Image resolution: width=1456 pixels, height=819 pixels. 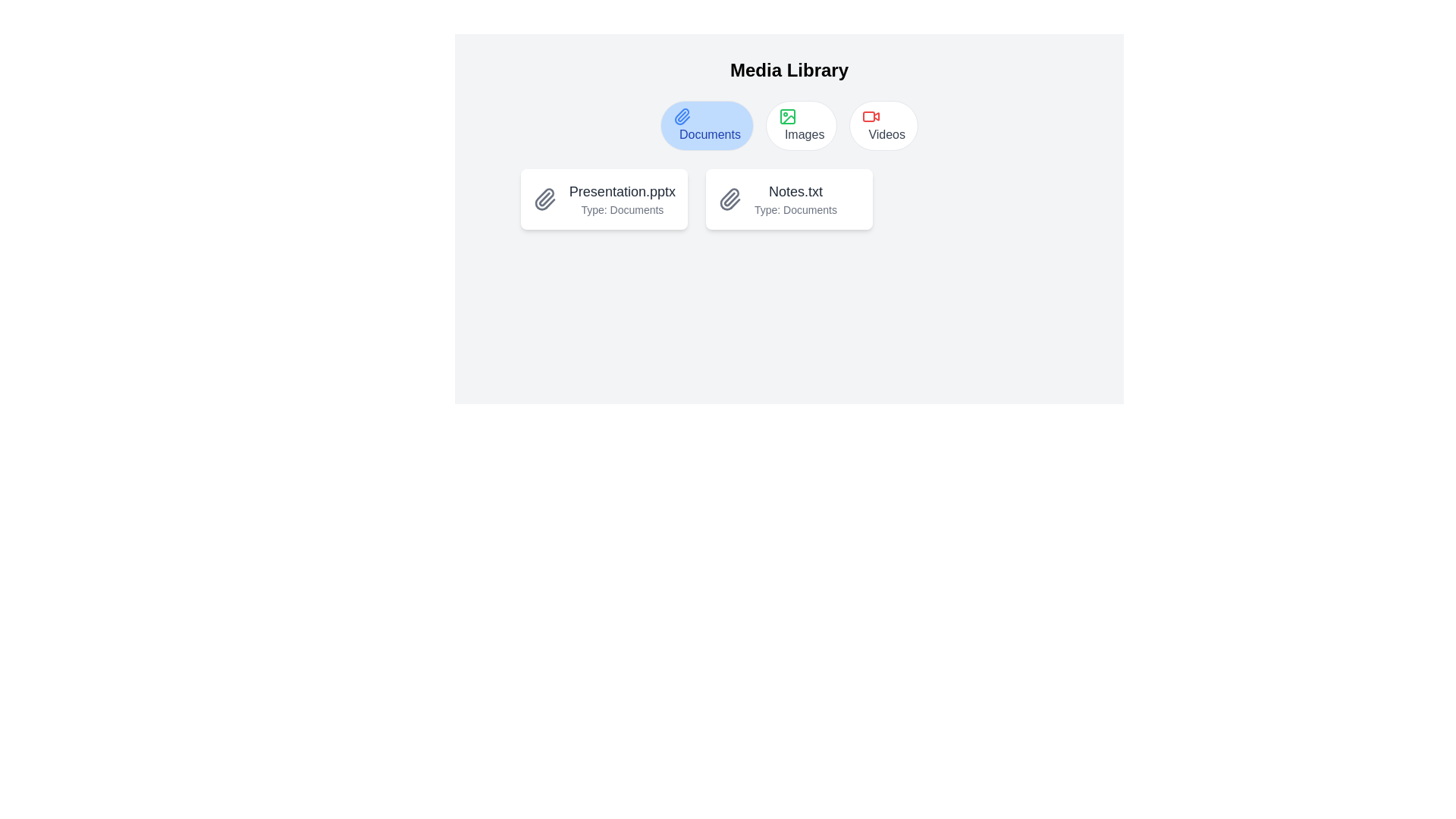 I want to click on the Text Label at the top of the page that indicates the purpose or content of the interface, so click(x=789, y=70).